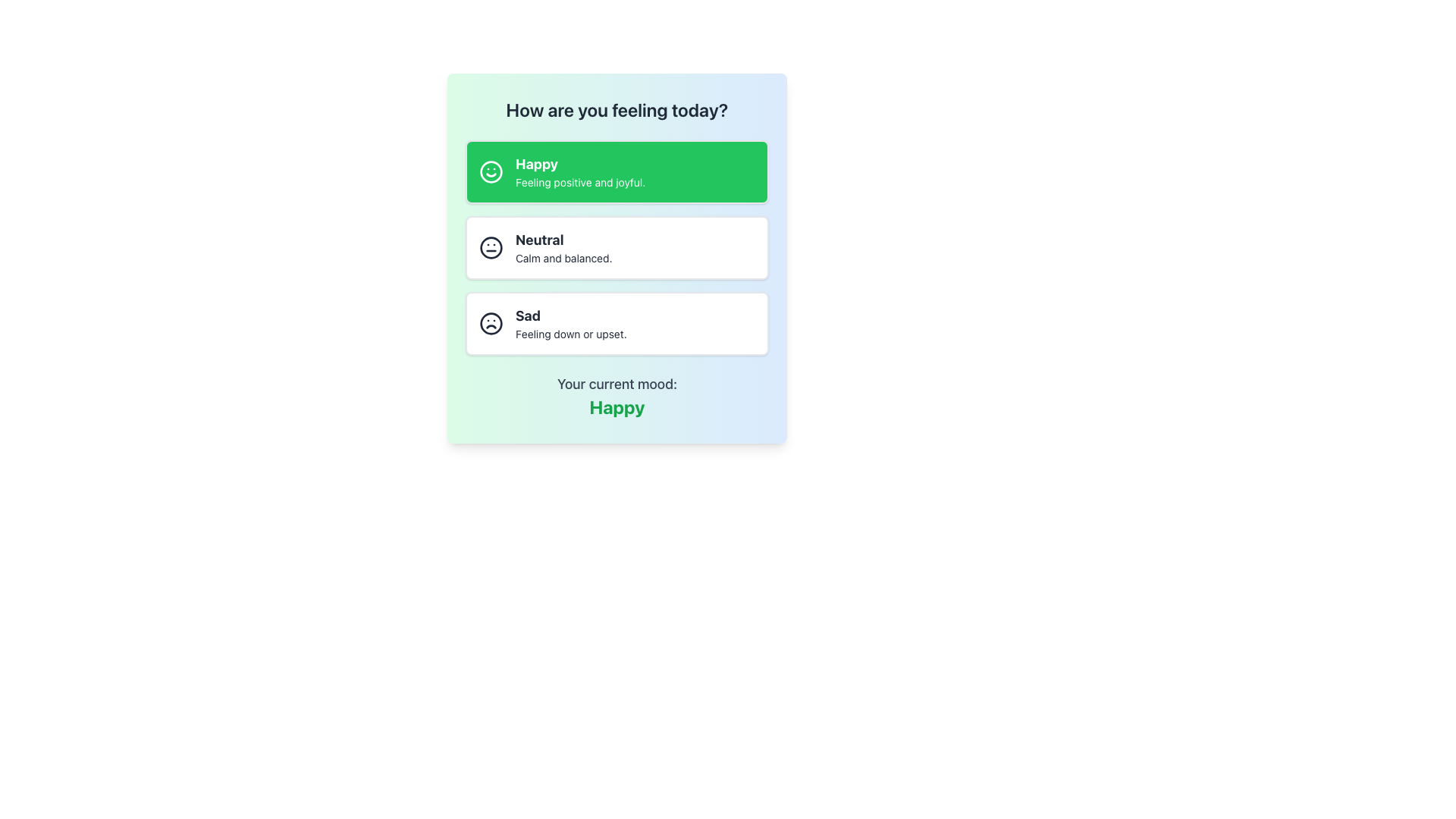 The width and height of the screenshot is (1456, 819). I want to click on text block containing the heading 'Happy' and the explanatory text 'Feeling positive and joyful.' This text block is the first selectable button in a list of mood choices, displayed on a bold green background, so click(579, 171).